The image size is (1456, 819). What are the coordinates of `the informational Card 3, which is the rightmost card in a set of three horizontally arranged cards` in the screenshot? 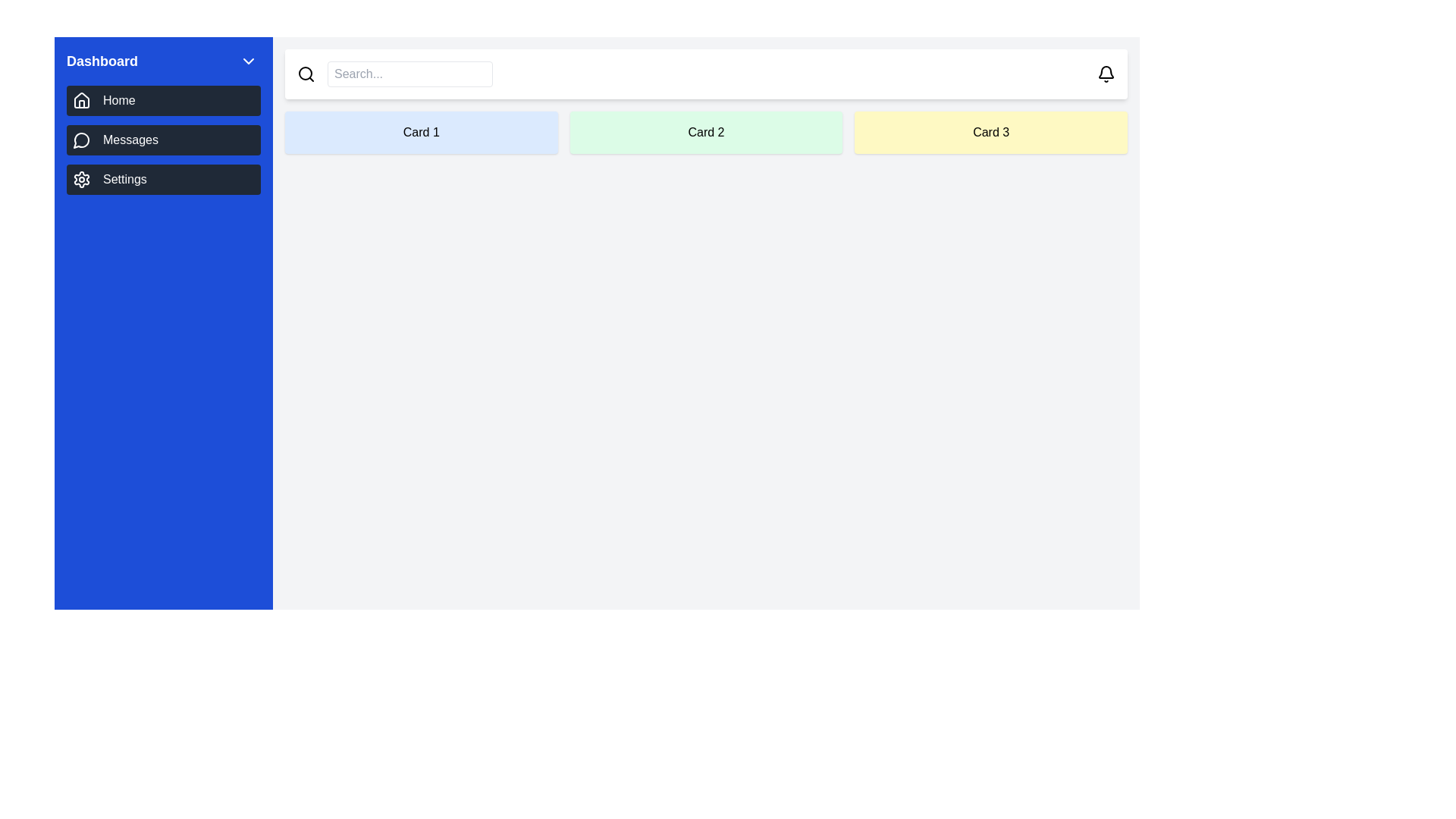 It's located at (991, 131).